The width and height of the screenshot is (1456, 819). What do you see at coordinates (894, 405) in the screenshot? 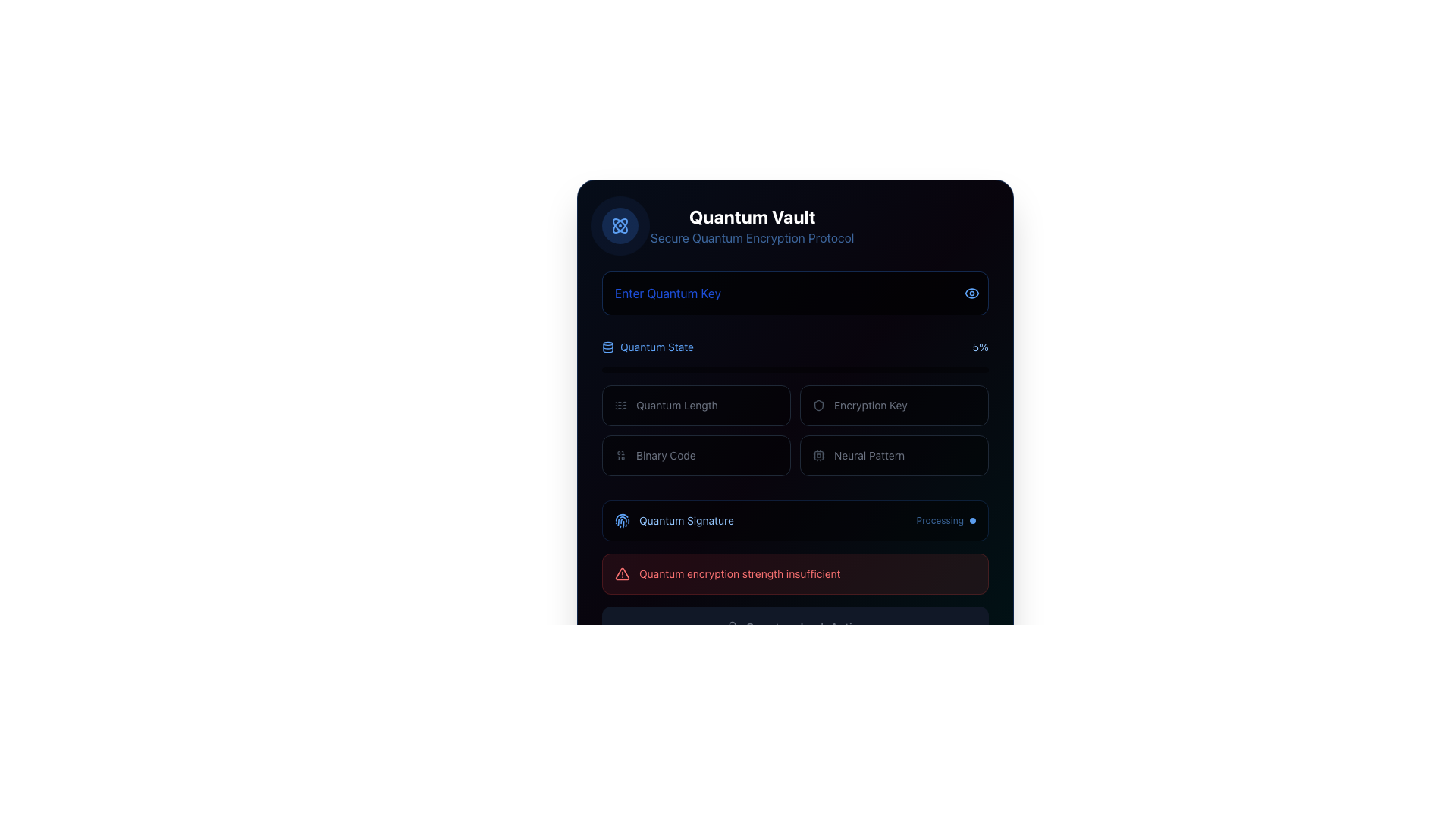
I see `the 'Encryption Key' selectable item or labeled button located in the first row, second column of the grid layout` at bounding box center [894, 405].